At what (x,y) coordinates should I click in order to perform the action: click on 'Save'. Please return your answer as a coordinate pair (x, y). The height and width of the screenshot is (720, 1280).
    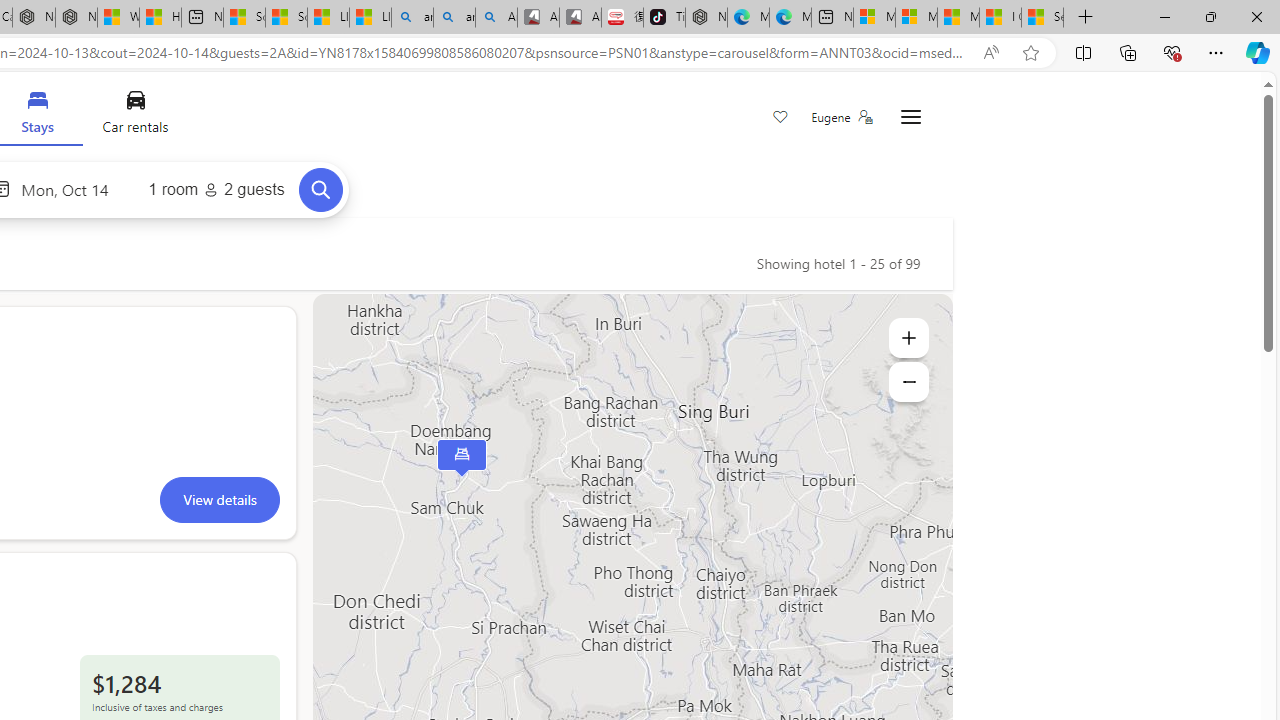
    Looking at the image, I should click on (779, 118).